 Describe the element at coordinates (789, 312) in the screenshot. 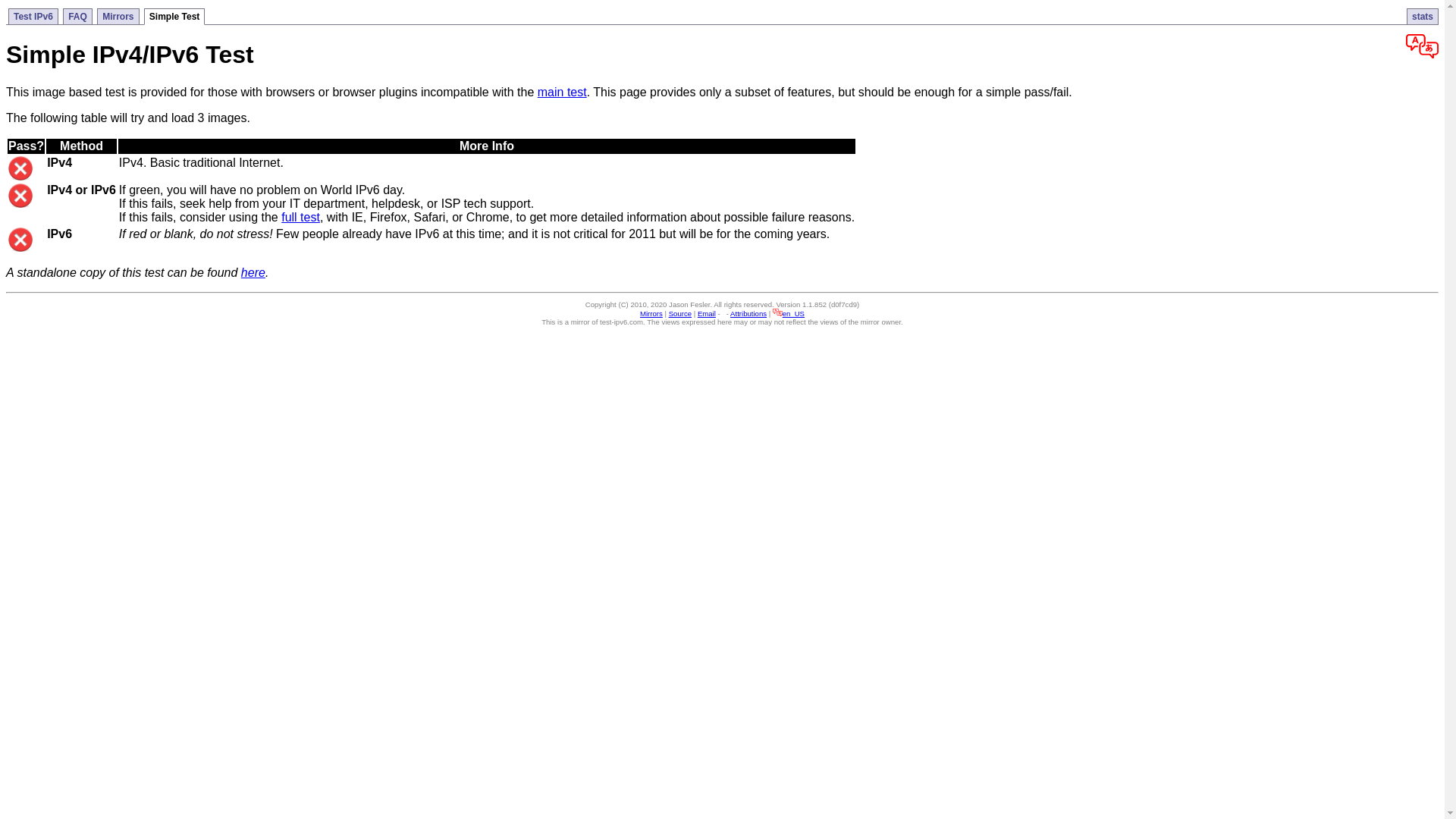

I see `'en_US'` at that location.